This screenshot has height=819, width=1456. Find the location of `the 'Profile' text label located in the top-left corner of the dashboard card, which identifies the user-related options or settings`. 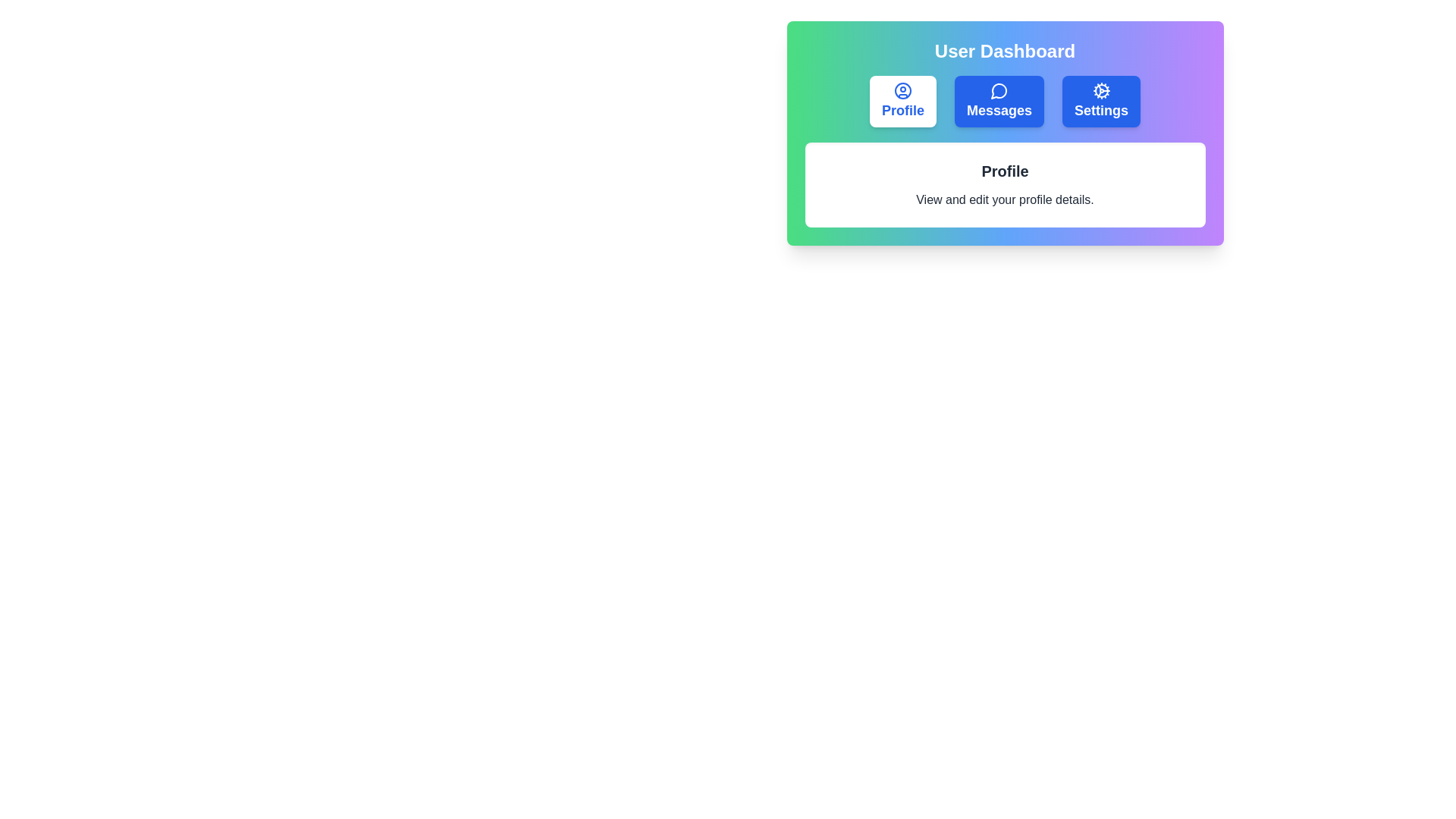

the 'Profile' text label located in the top-left corner of the dashboard card, which identifies the user-related options or settings is located at coordinates (902, 110).